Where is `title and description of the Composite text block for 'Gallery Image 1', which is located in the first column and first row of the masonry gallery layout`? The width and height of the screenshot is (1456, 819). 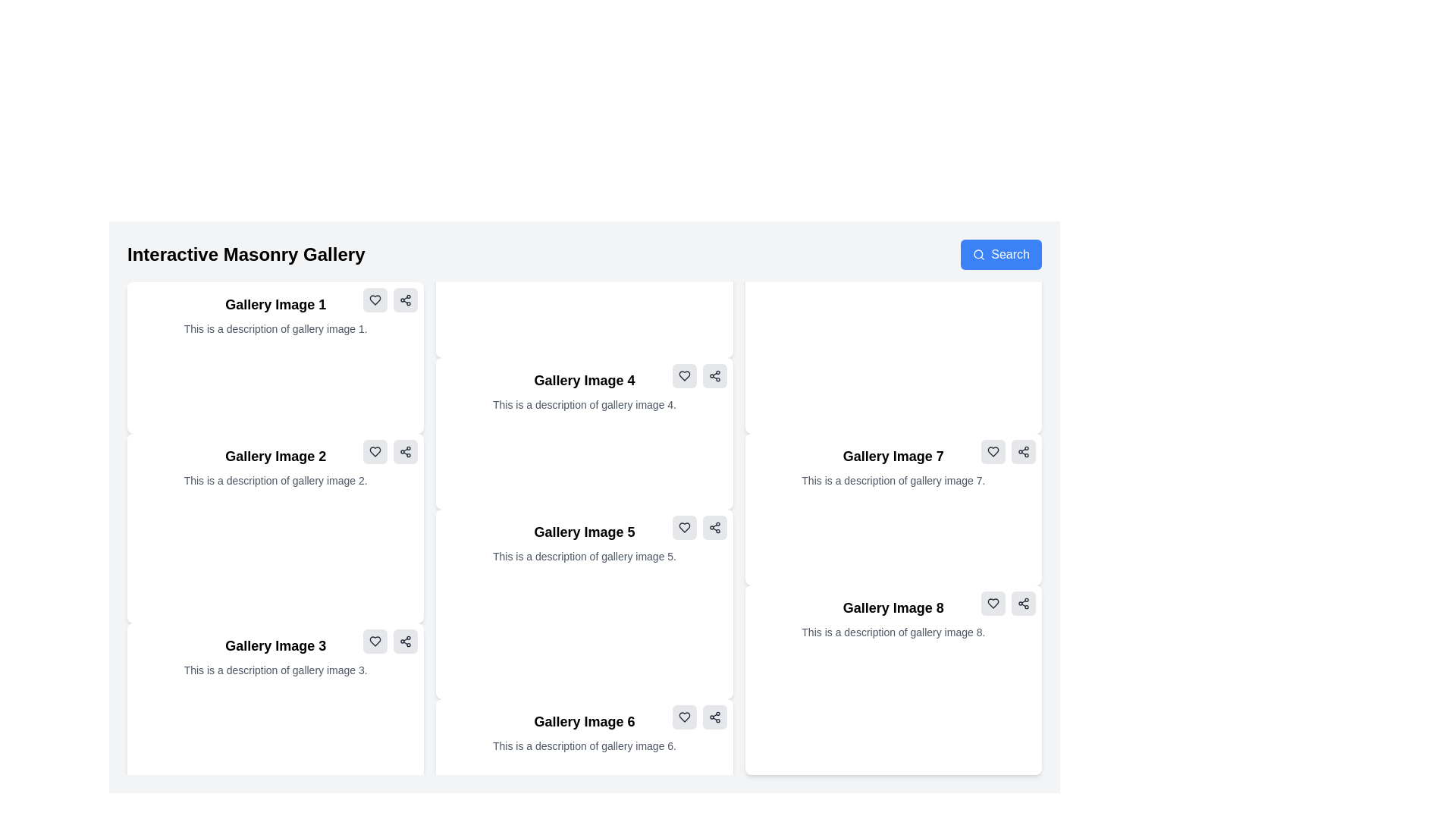
title and description of the Composite text block for 'Gallery Image 1', which is located in the first column and first row of the masonry gallery layout is located at coordinates (275, 315).